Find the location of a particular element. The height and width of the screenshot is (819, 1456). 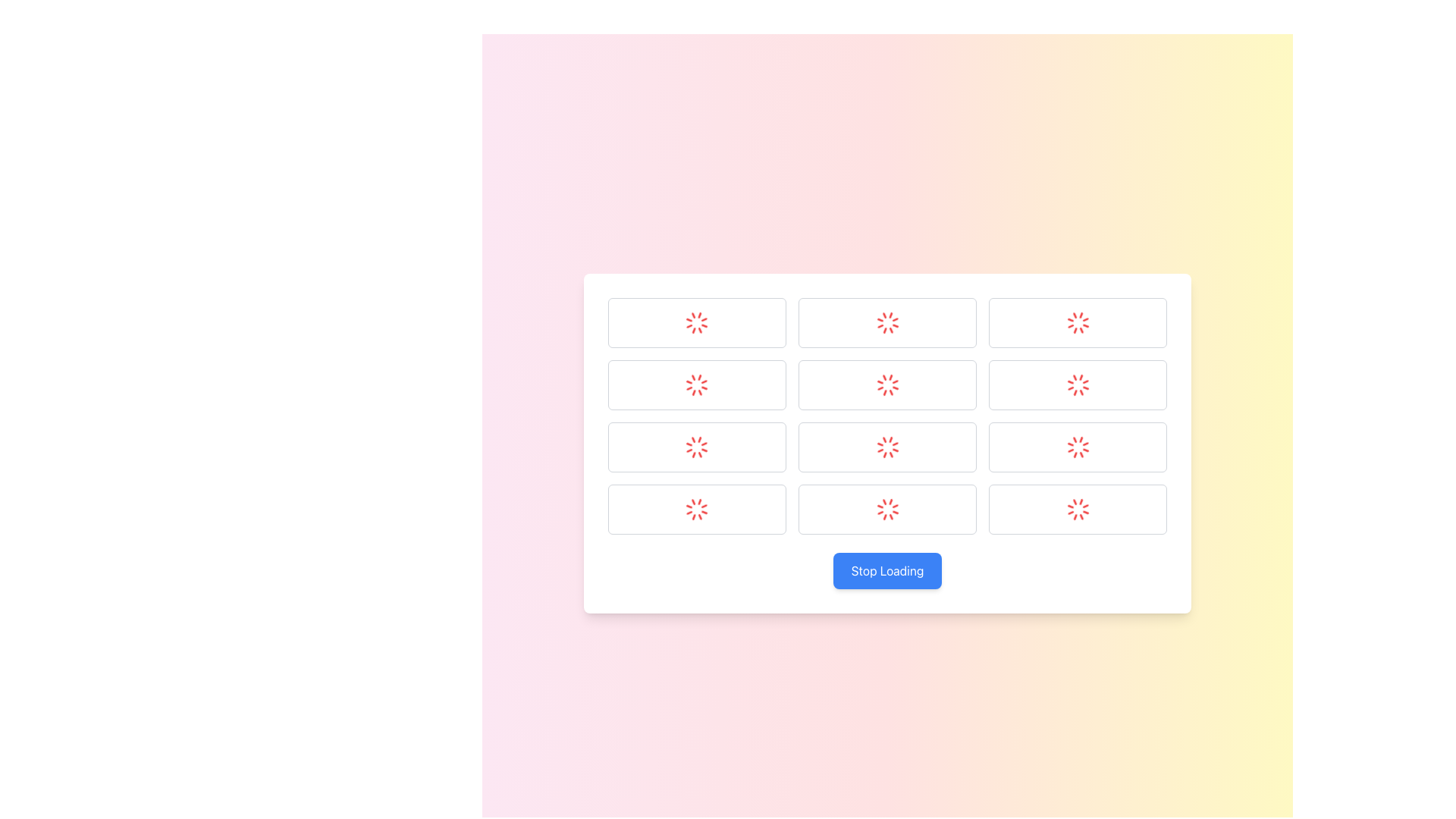

the Loader Indicator located in the middle of the bottom-most row of the grid layout, specifically in the fourth row and second column, to indicate that a loading operation is in progress is located at coordinates (887, 509).